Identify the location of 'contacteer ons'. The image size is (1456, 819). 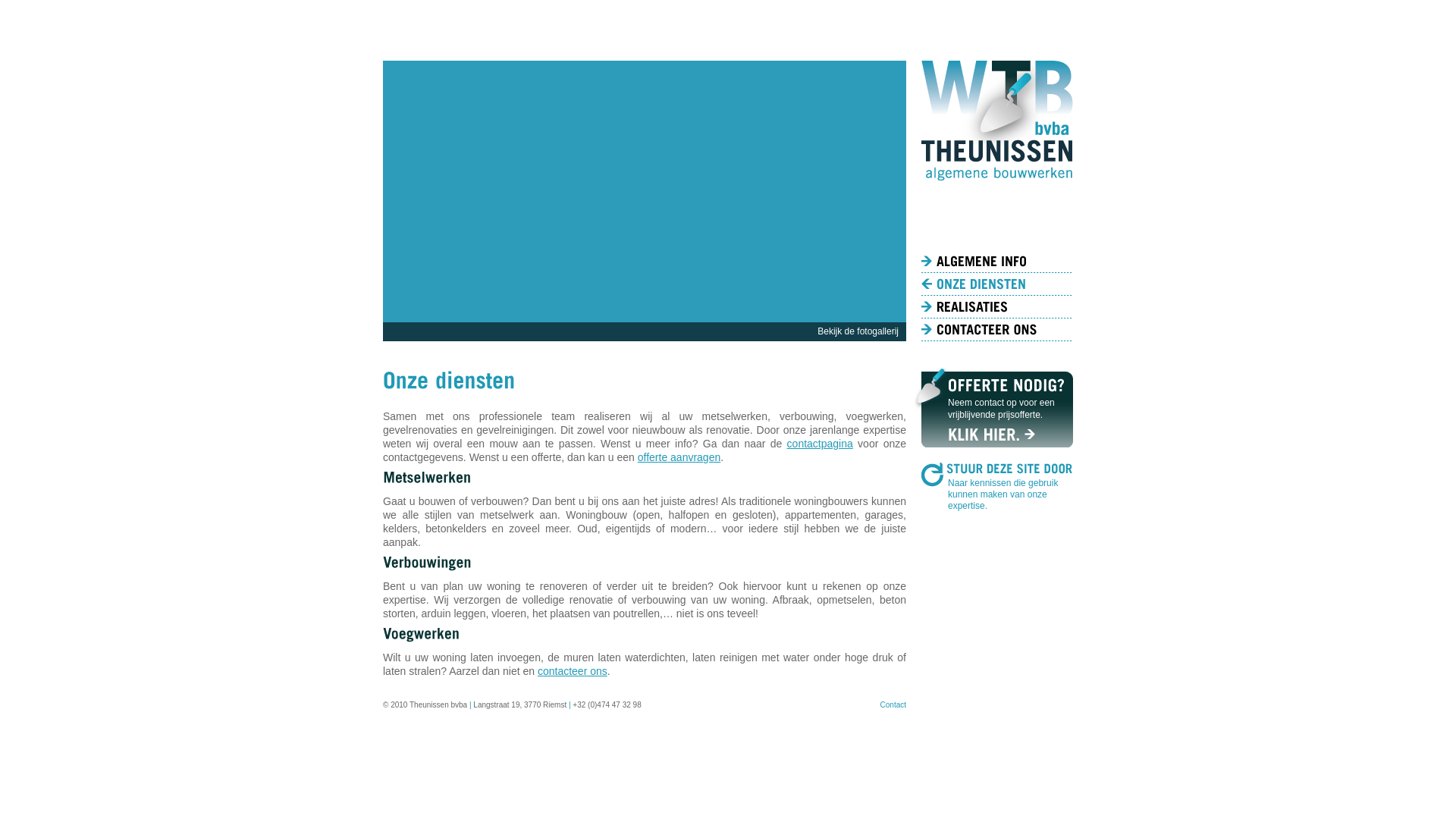
(571, 670).